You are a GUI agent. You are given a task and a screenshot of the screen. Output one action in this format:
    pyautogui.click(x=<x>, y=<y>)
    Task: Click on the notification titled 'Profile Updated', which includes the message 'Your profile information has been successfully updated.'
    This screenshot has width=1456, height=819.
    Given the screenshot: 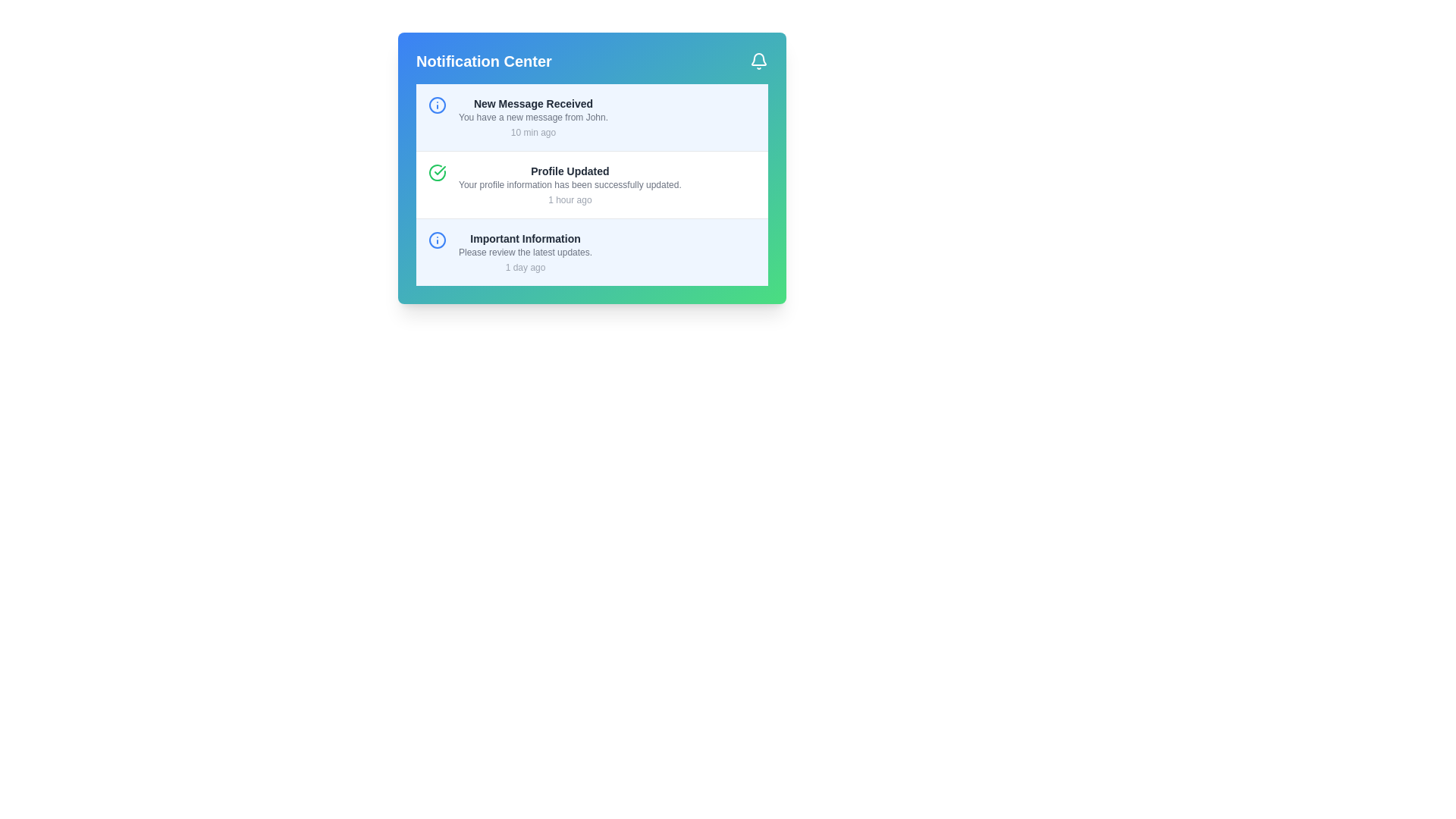 What is the action you would take?
    pyautogui.click(x=569, y=184)
    